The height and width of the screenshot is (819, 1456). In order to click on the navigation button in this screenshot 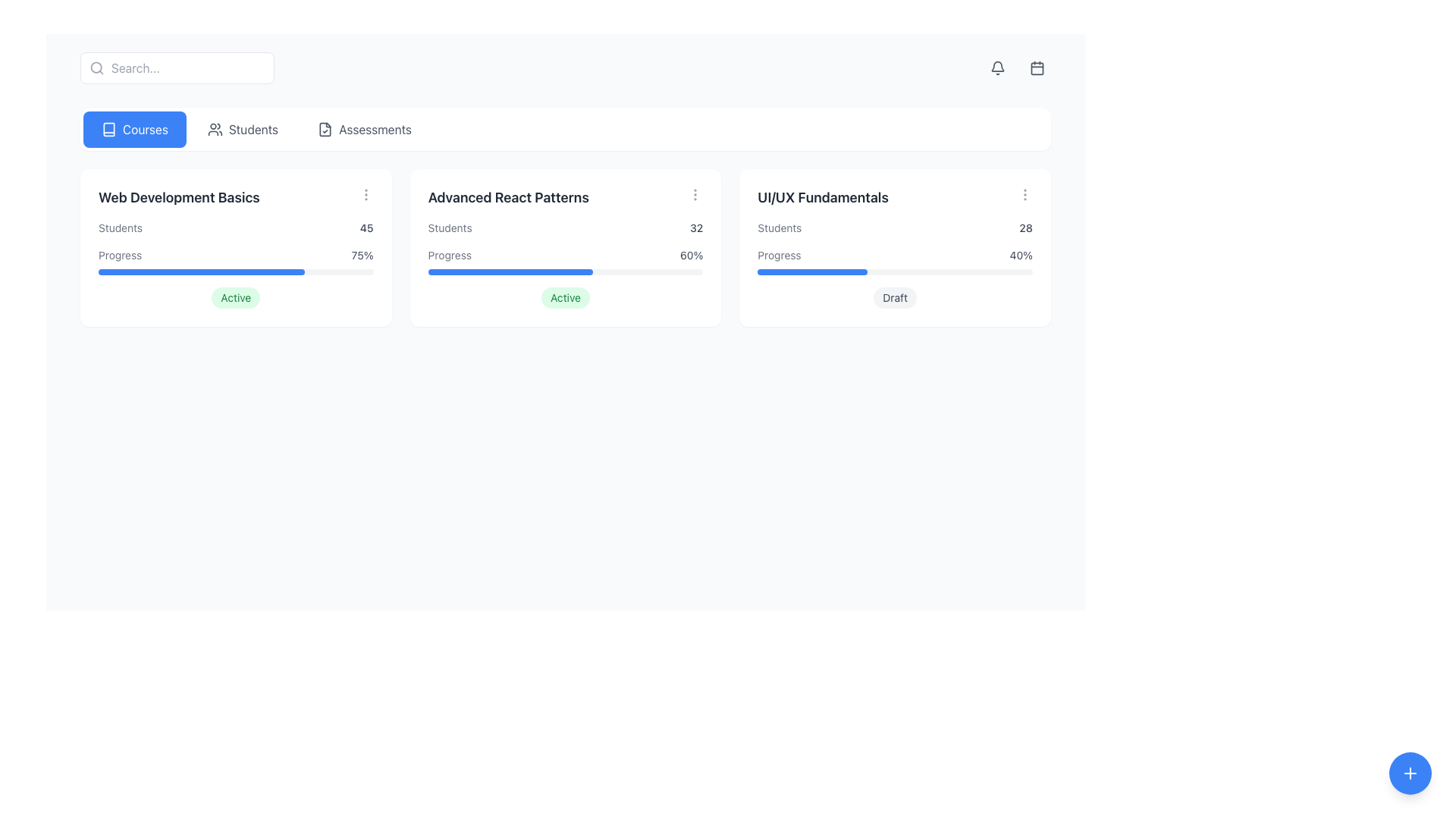, I will do `click(243, 128)`.